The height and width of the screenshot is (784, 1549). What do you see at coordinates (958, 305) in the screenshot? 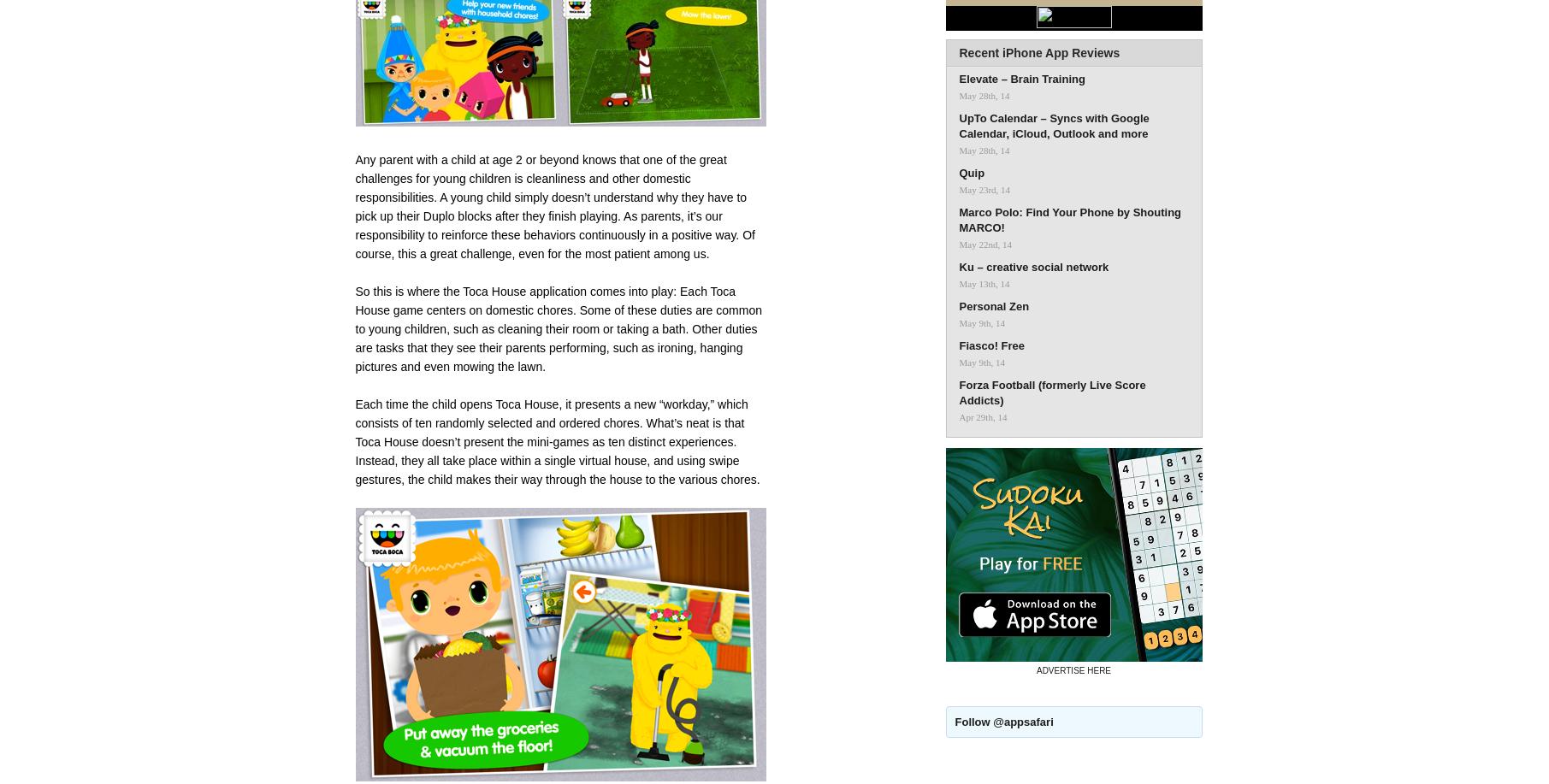
I see `'Personal Zen'` at bounding box center [958, 305].